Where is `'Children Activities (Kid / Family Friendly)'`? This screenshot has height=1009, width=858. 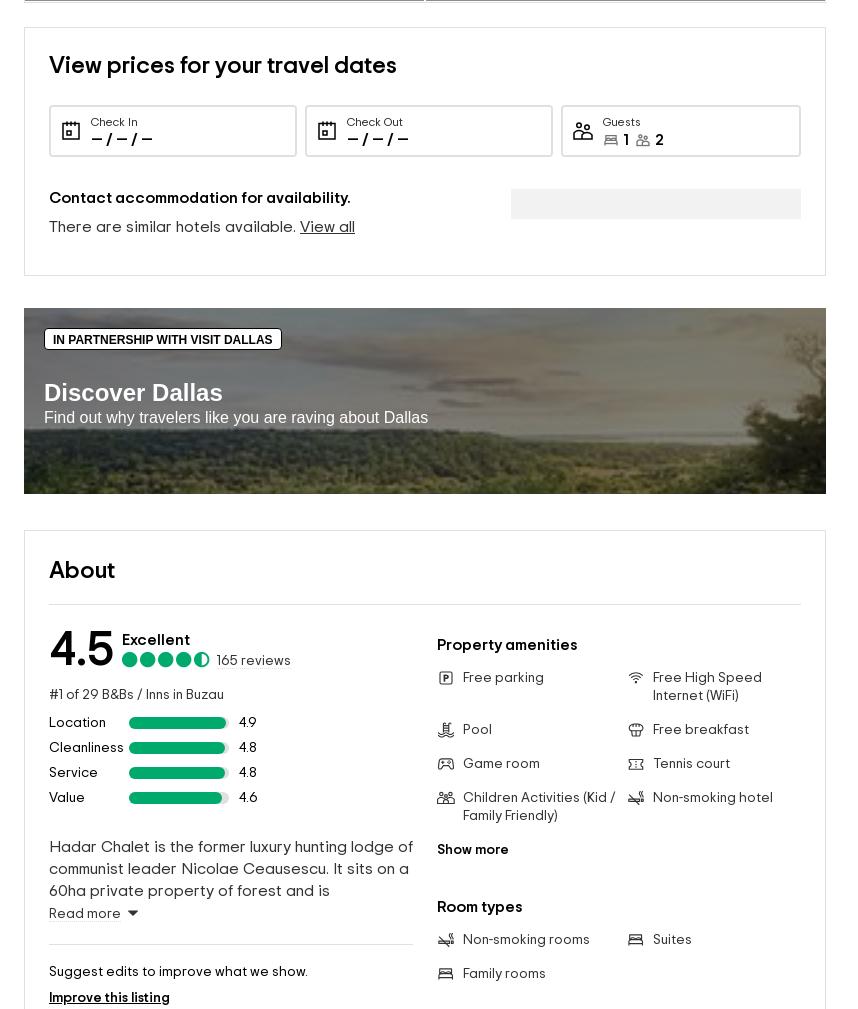 'Children Activities (Kid / Family Friendly)' is located at coordinates (539, 775).